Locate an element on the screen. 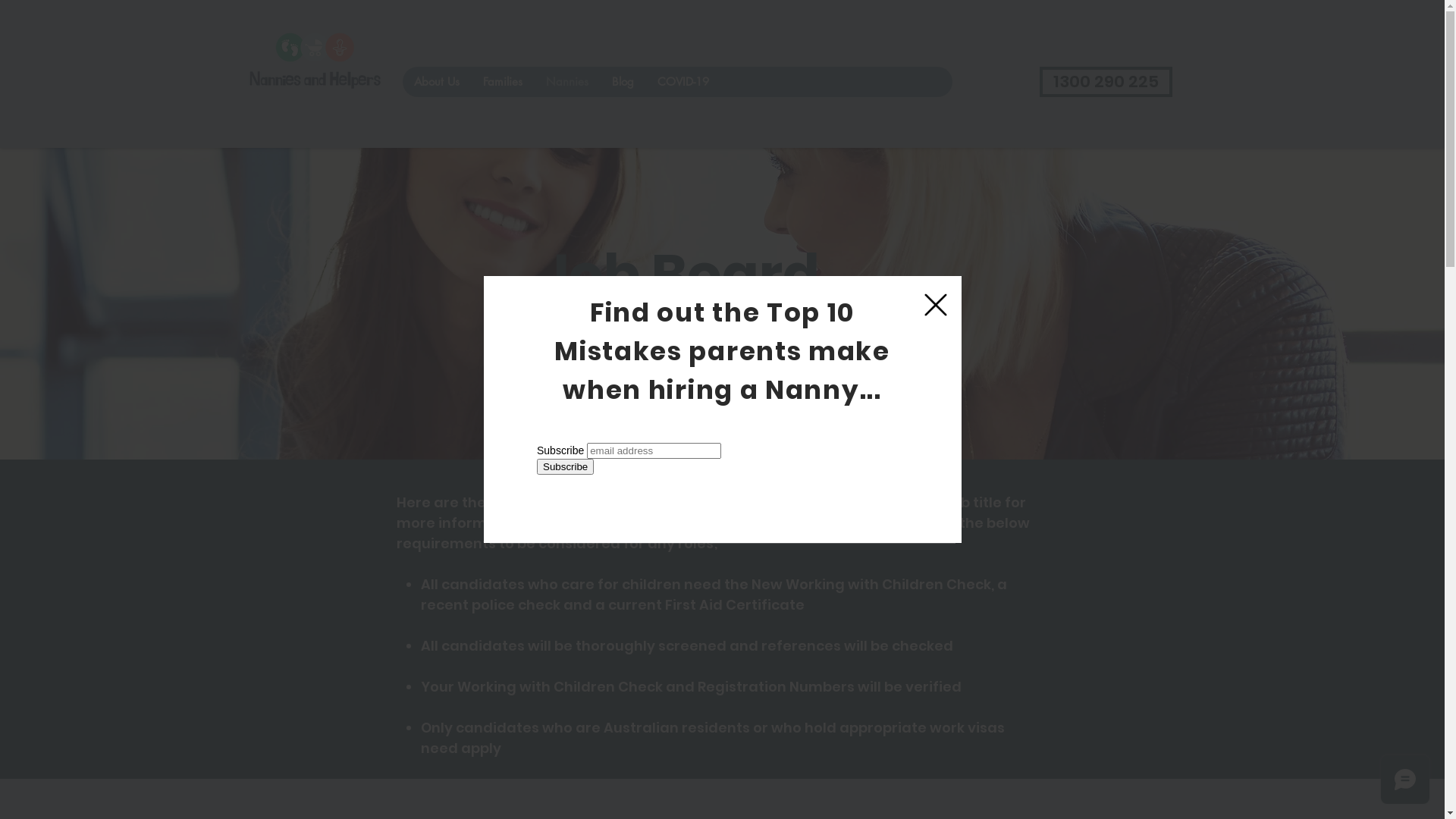 The width and height of the screenshot is (1456, 819). '1300 290 225' is located at coordinates (1105, 82).